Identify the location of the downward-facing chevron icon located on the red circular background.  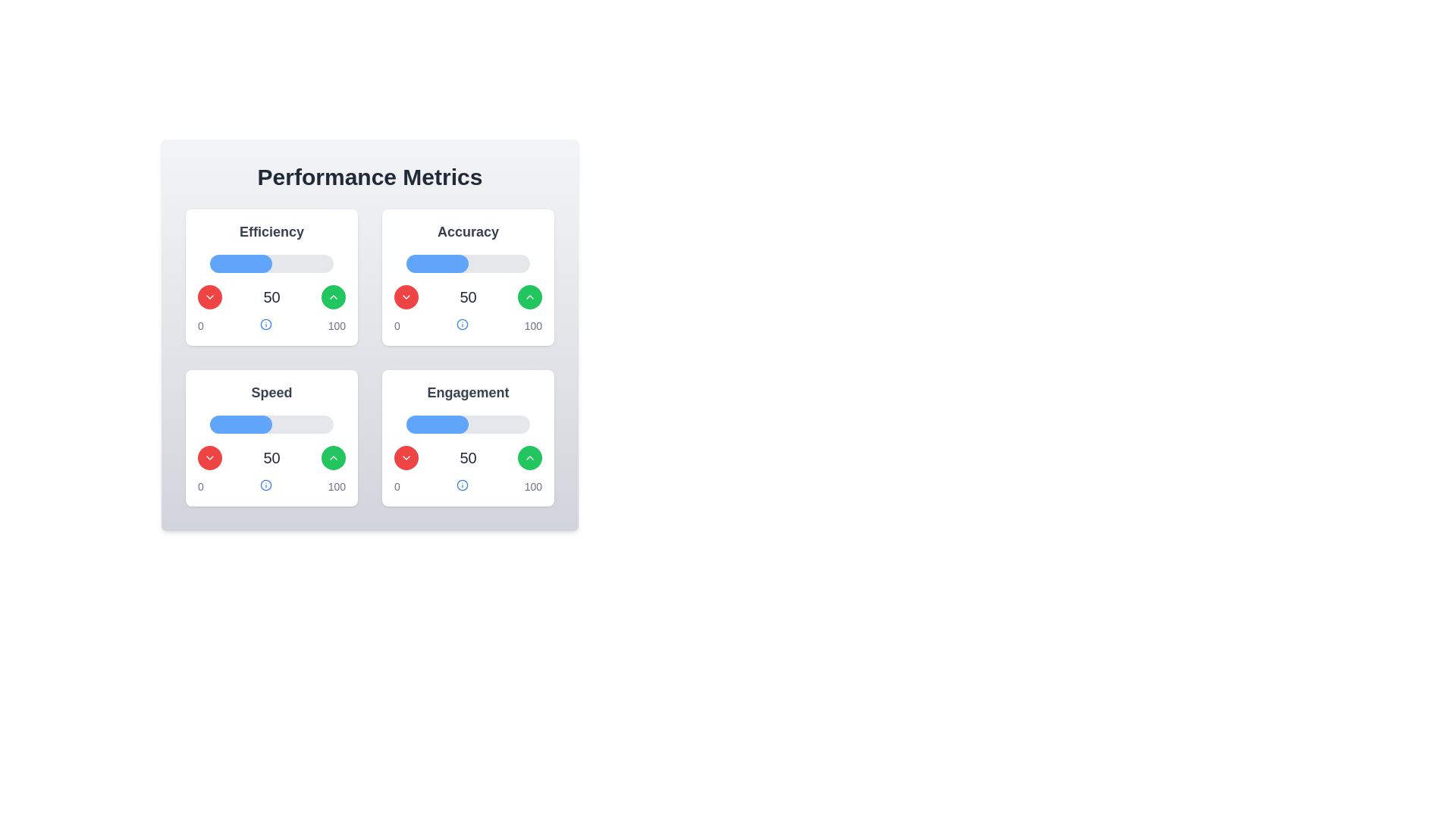
(209, 457).